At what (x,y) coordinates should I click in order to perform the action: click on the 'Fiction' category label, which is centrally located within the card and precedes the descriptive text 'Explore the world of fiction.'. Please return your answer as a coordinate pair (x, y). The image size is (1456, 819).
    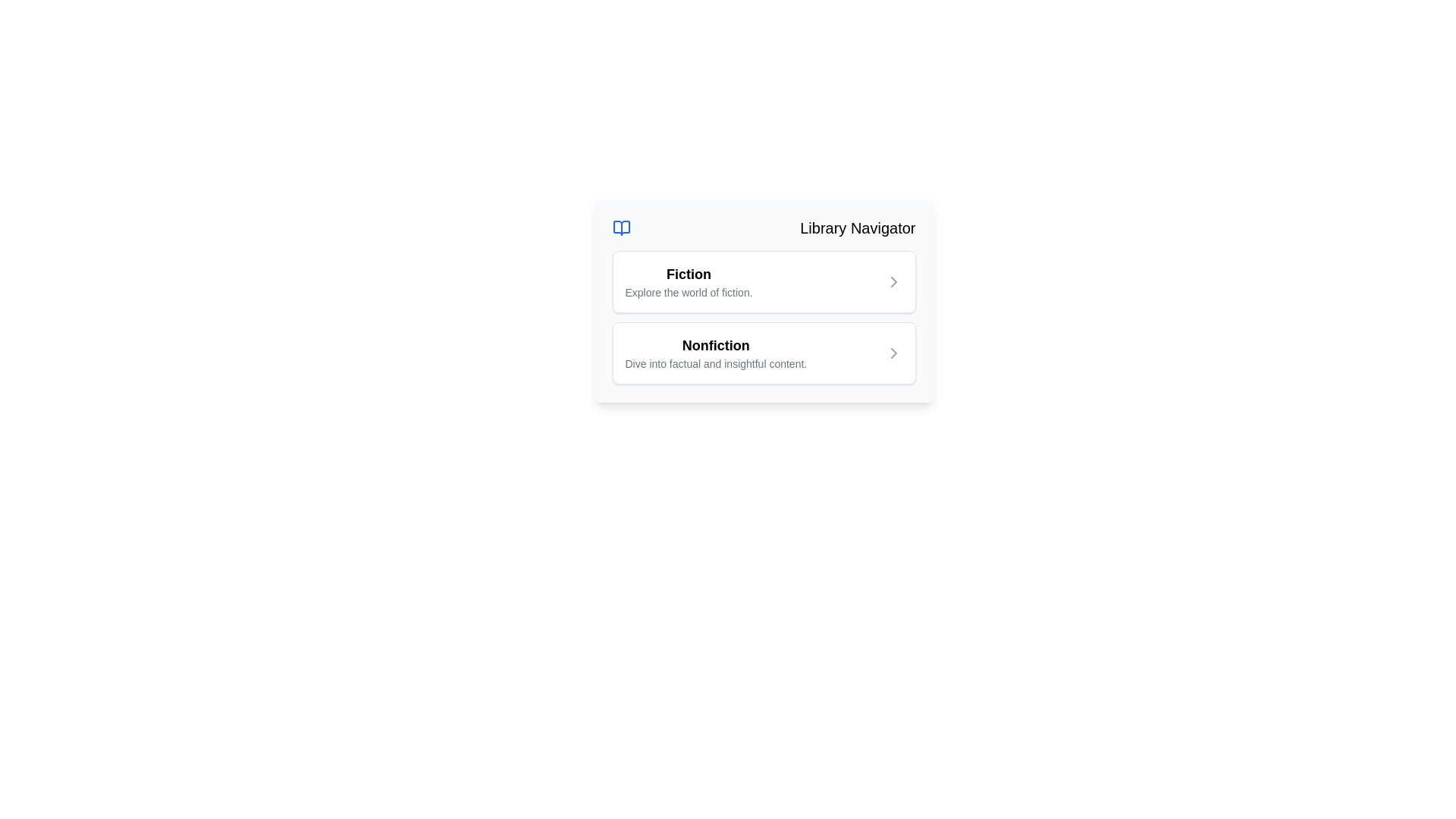
    Looking at the image, I should click on (688, 275).